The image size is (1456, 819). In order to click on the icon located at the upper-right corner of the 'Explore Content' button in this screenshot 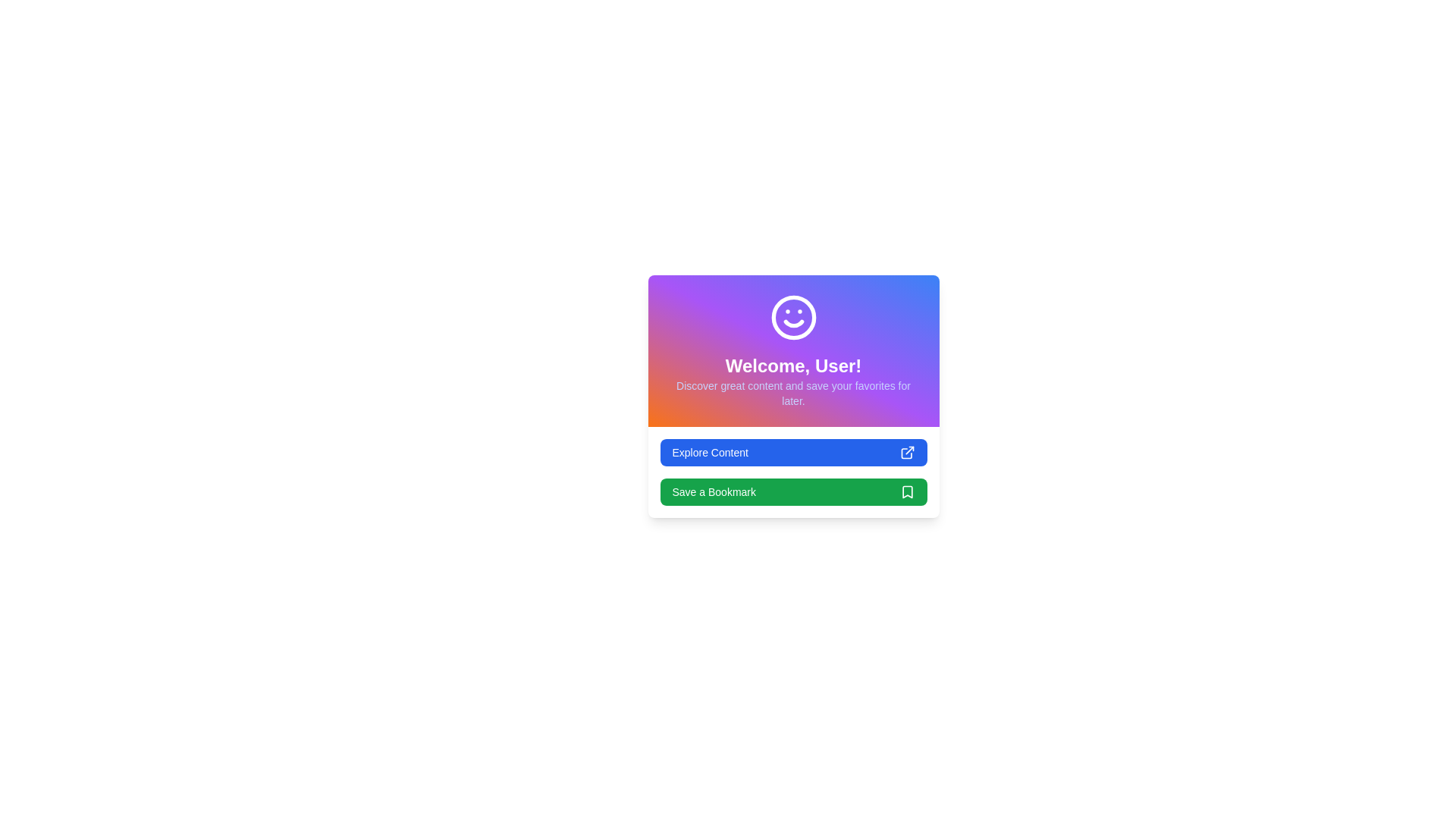, I will do `click(907, 452)`.